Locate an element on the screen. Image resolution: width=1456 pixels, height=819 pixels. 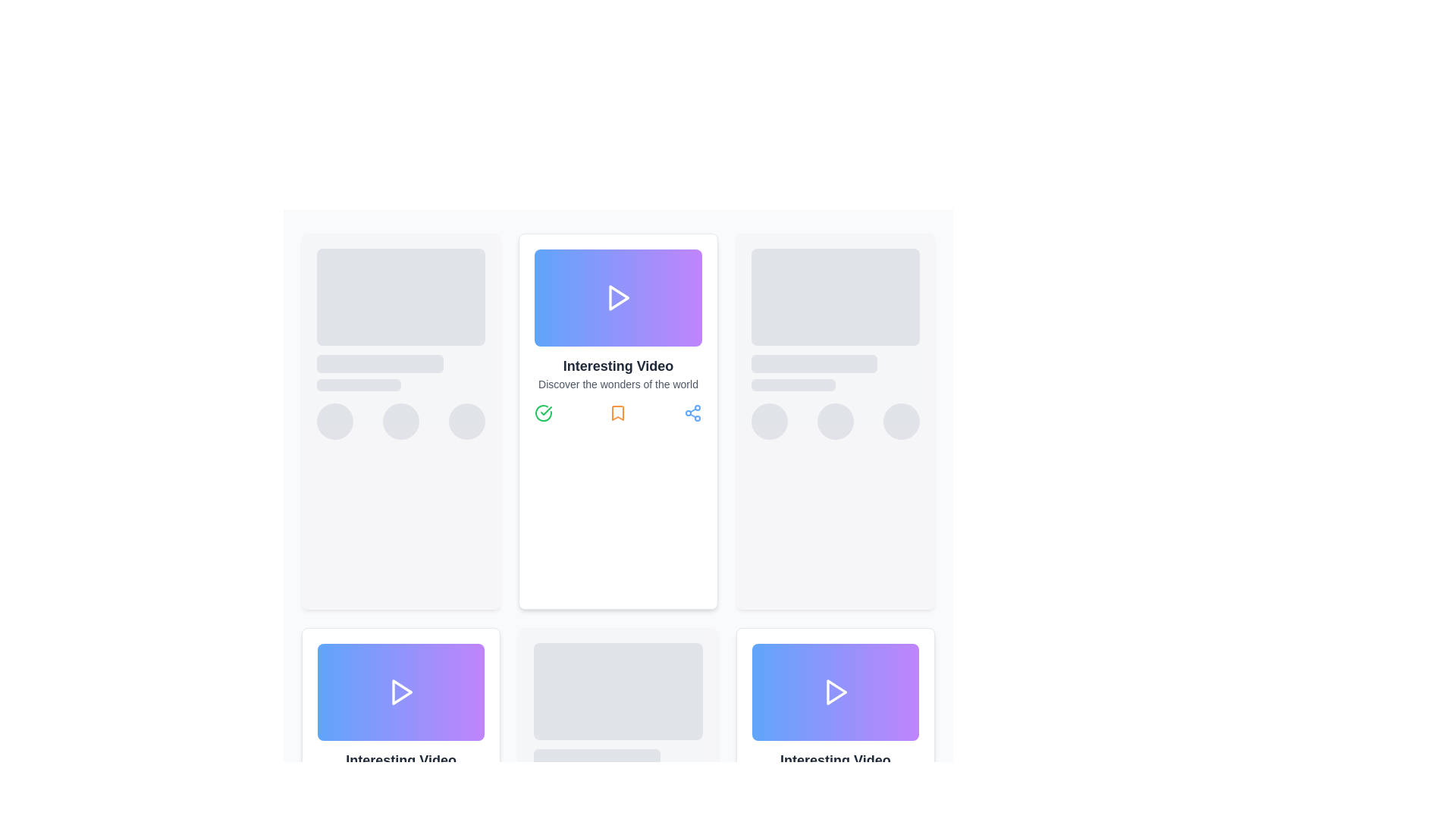
the decorative placeholder component, which is a horizontally elongated rectangular bar with rounded edges and a light gray background, positioned above a thinner gray bar and three circular elements in the middle-left card of the layout is located at coordinates (380, 363).